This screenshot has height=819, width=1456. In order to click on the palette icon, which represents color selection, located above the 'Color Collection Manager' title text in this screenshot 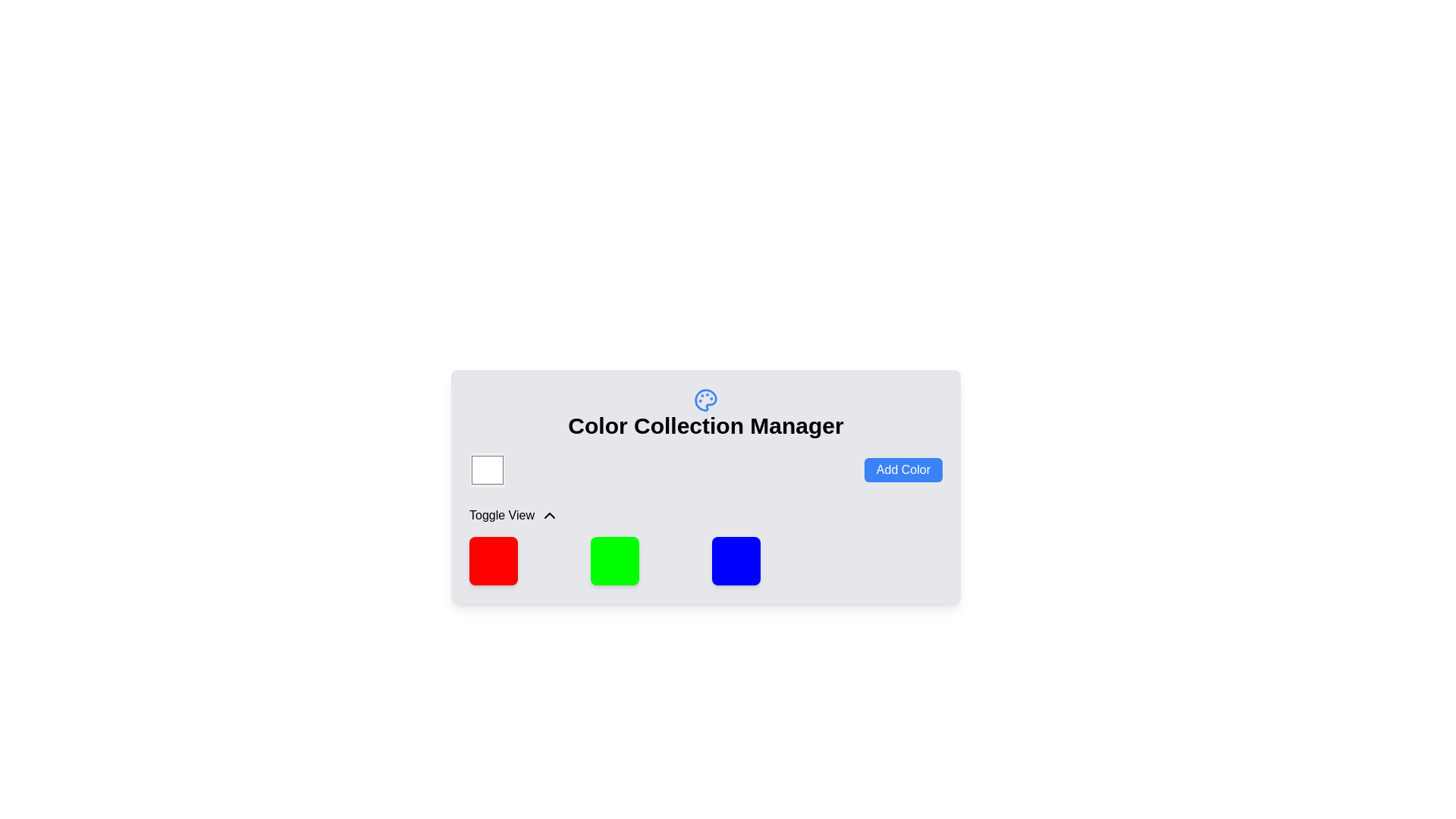, I will do `click(705, 400)`.